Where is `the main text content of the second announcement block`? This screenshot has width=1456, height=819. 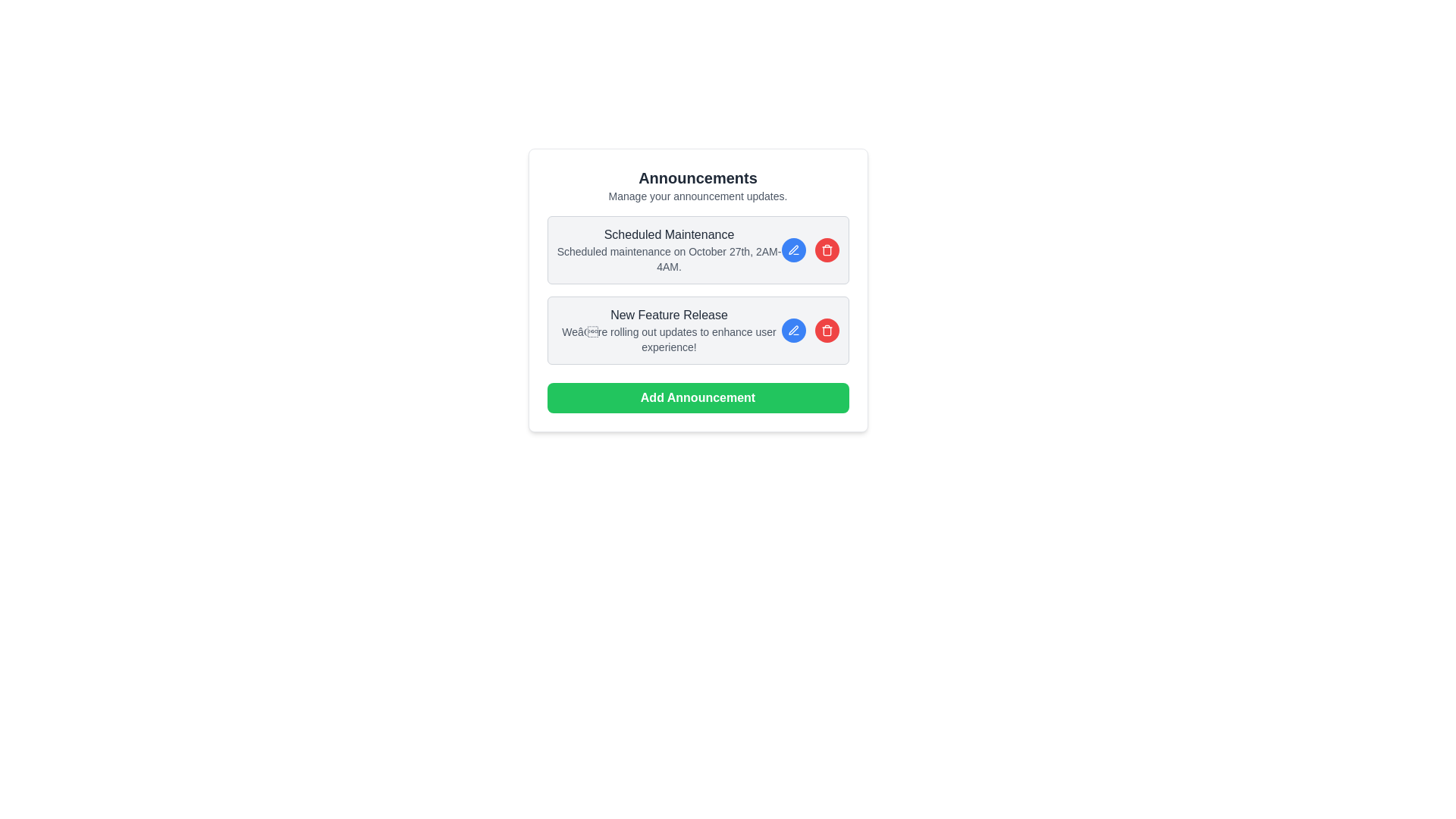 the main text content of the second announcement block is located at coordinates (668, 329).